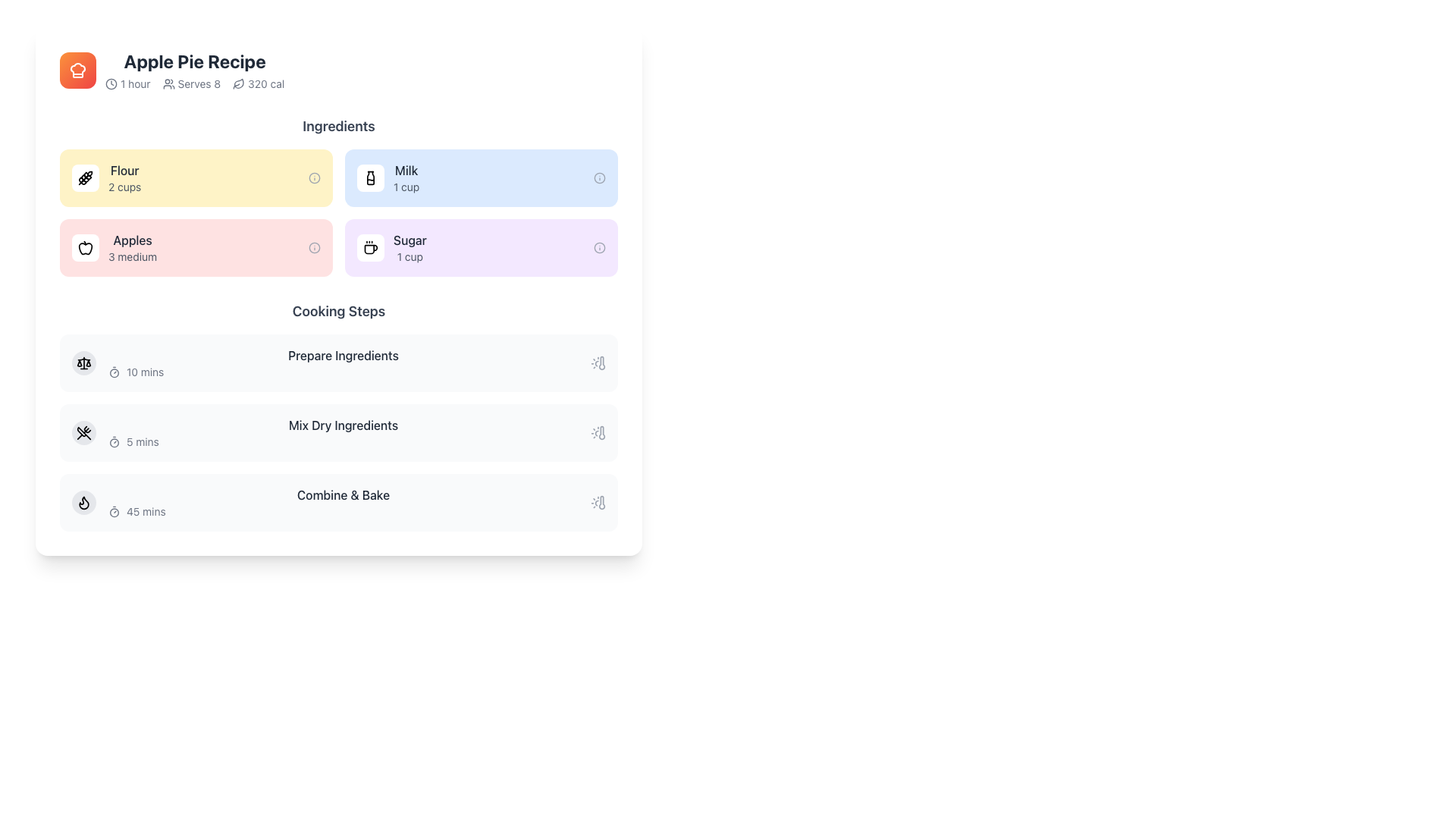  Describe the element at coordinates (342, 494) in the screenshot. I see `the text element displaying 'Combine & Bake' in bold, located in the cooking steps section of the recipe interface` at that location.